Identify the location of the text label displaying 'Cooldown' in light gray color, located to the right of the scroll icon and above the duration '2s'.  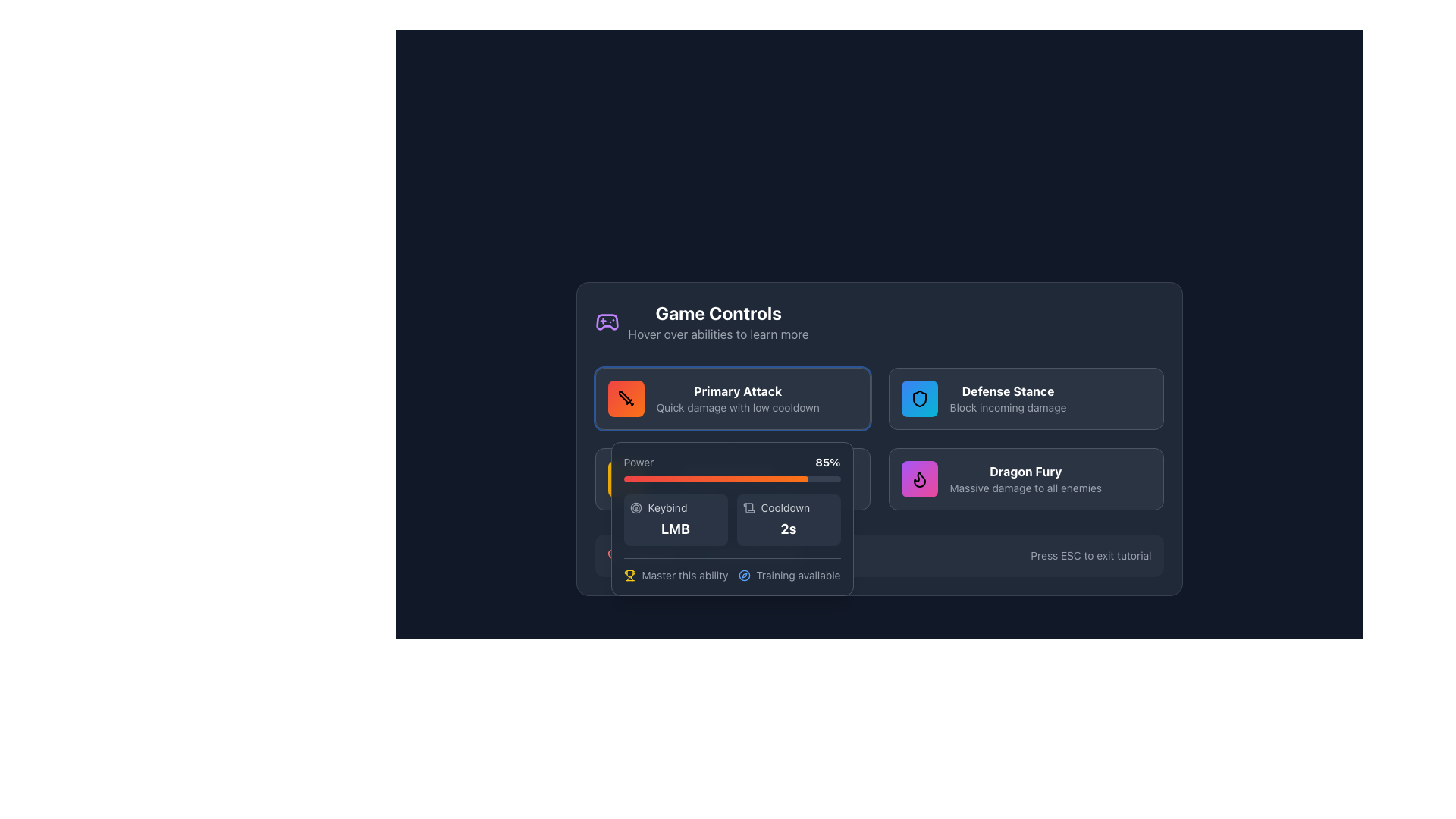
(786, 508).